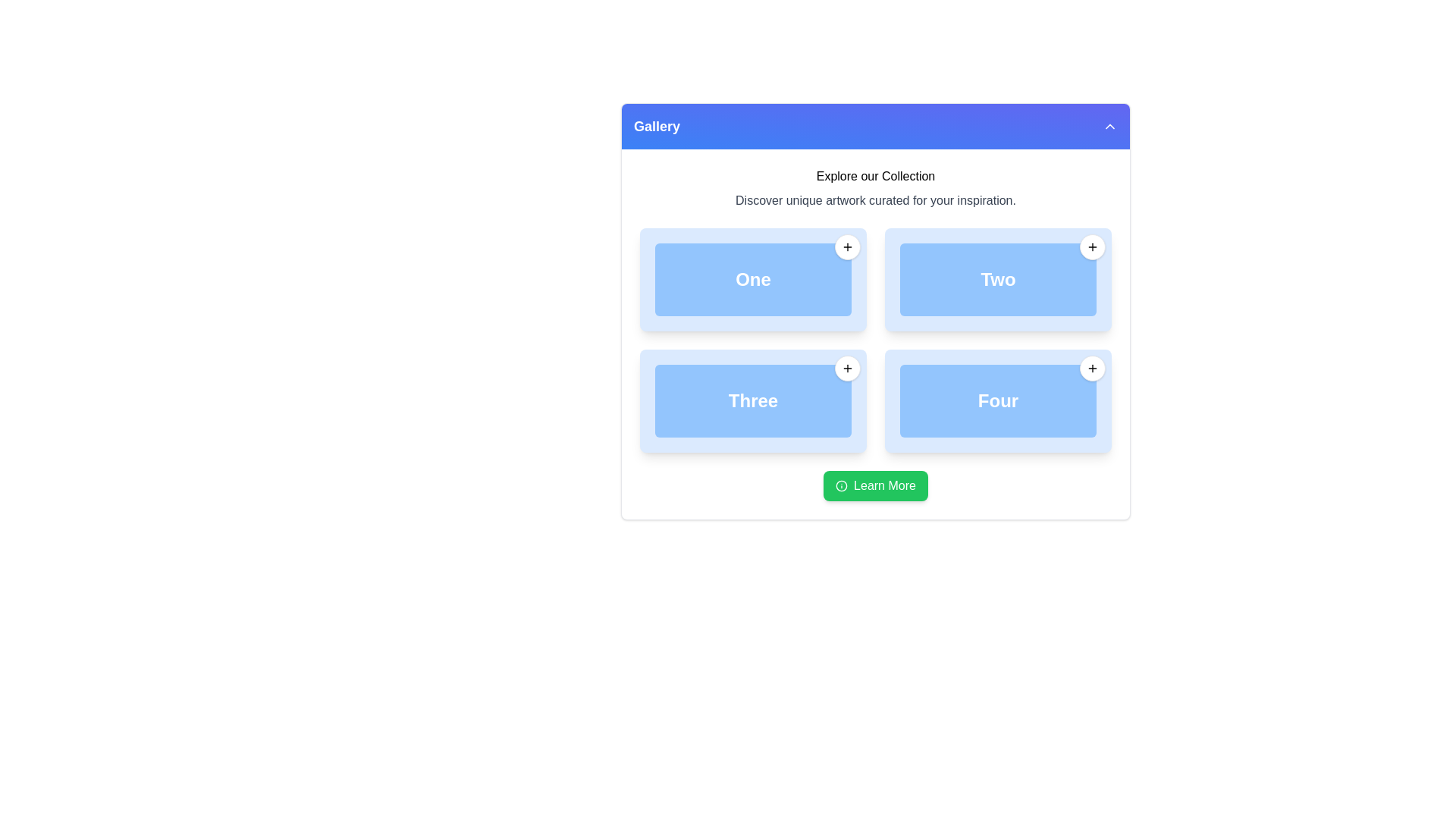 The height and width of the screenshot is (819, 1456). I want to click on the Text Label that serves as a title for the section, located at the top-left corner of the header bar with 'Gallery' text, so click(657, 125).